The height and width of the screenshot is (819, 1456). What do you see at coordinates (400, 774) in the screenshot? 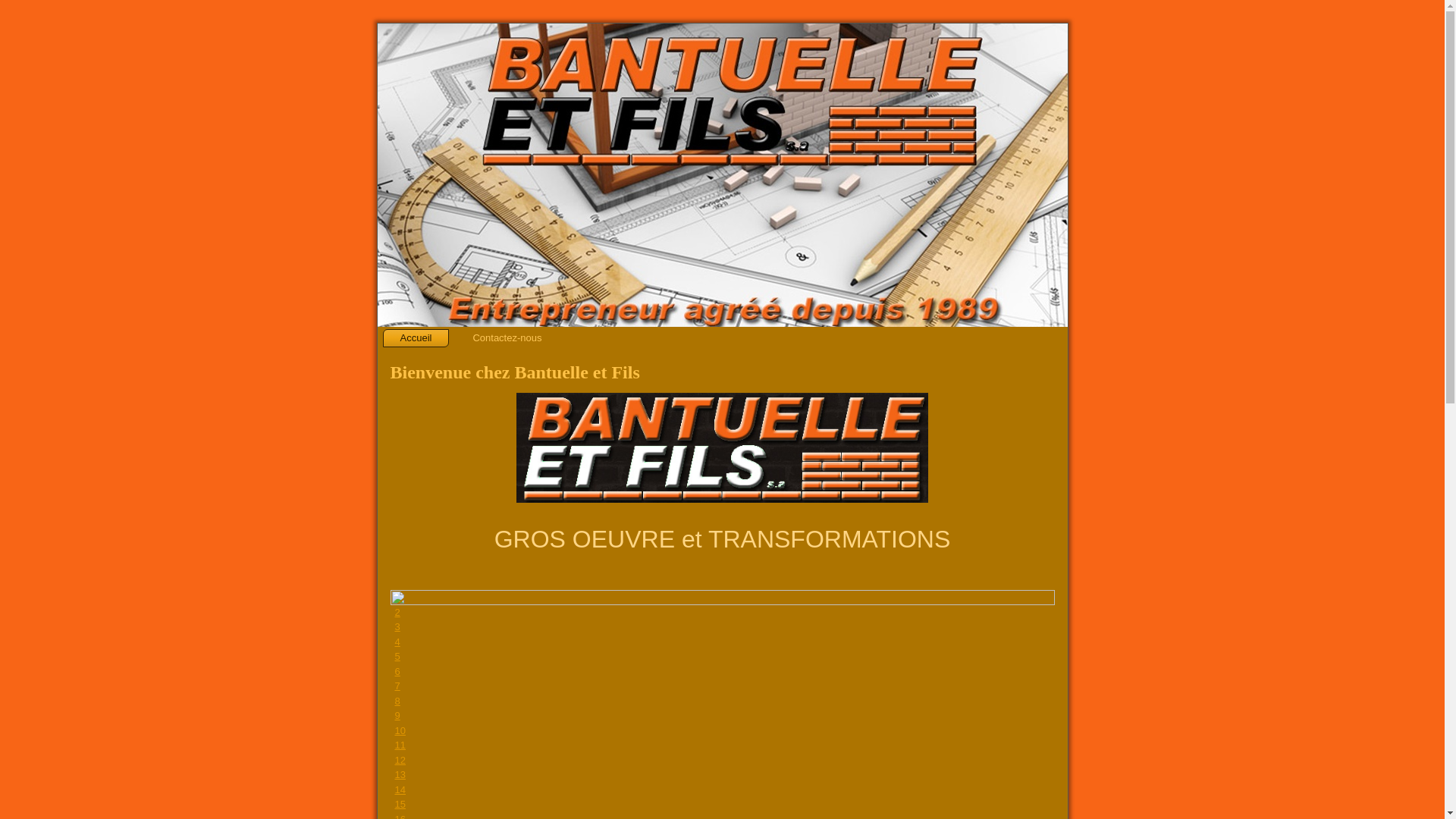
I see `'13'` at bounding box center [400, 774].